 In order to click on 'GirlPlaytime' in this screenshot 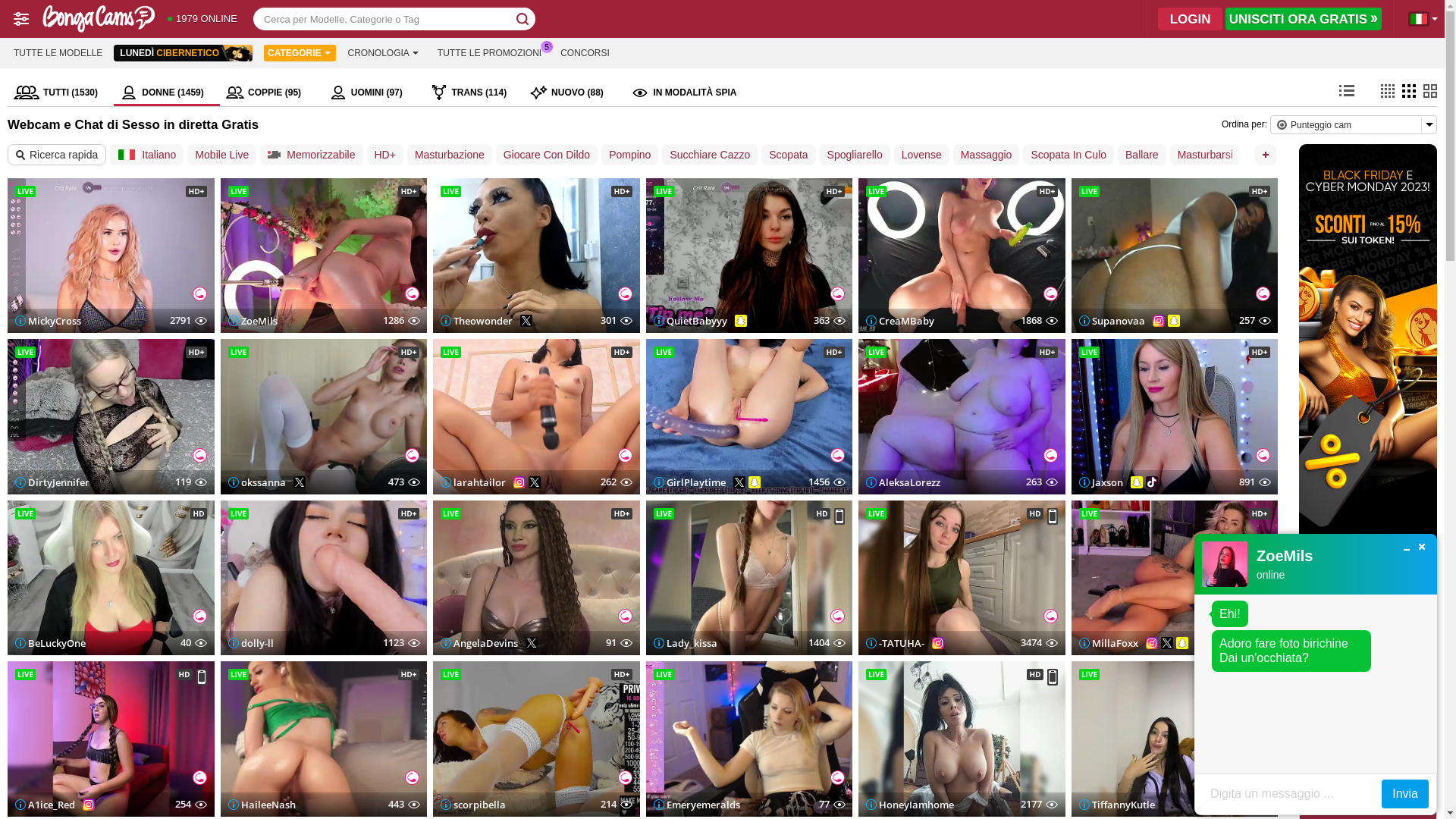, I will do `click(689, 482)`.